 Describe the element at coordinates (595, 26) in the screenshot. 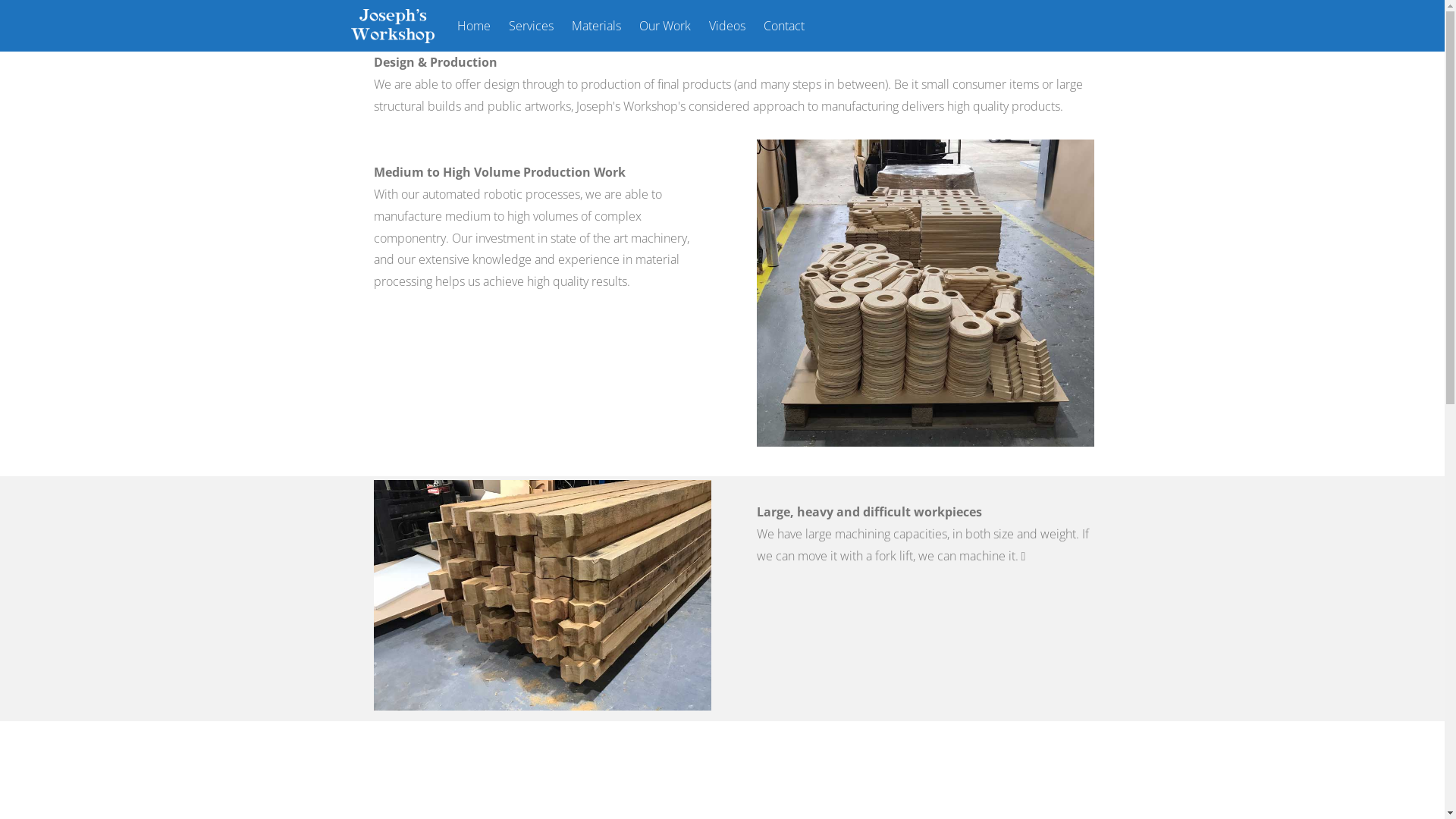

I see `'Materials'` at that location.